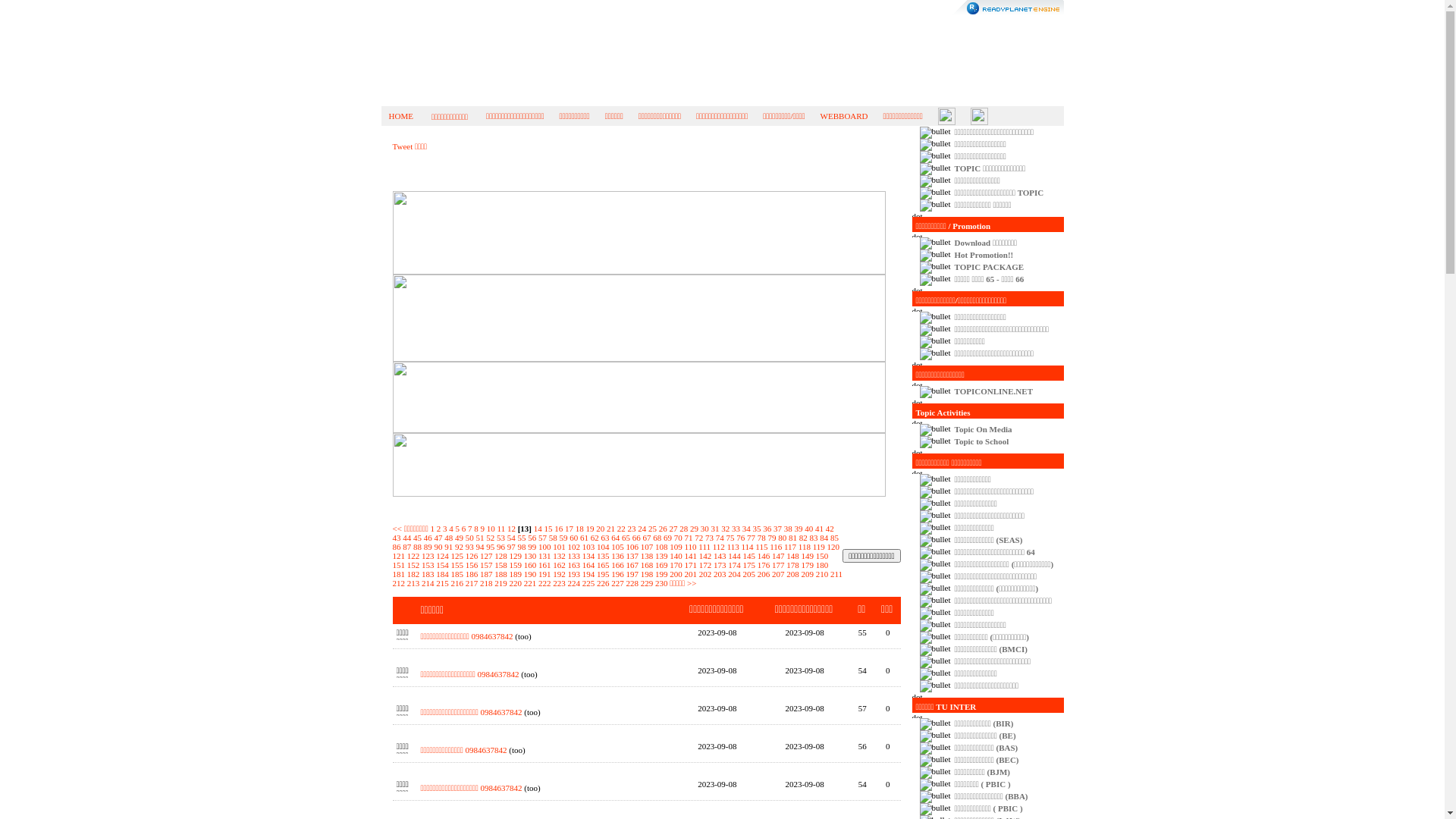  What do you see at coordinates (626, 573) in the screenshot?
I see `'197'` at bounding box center [626, 573].